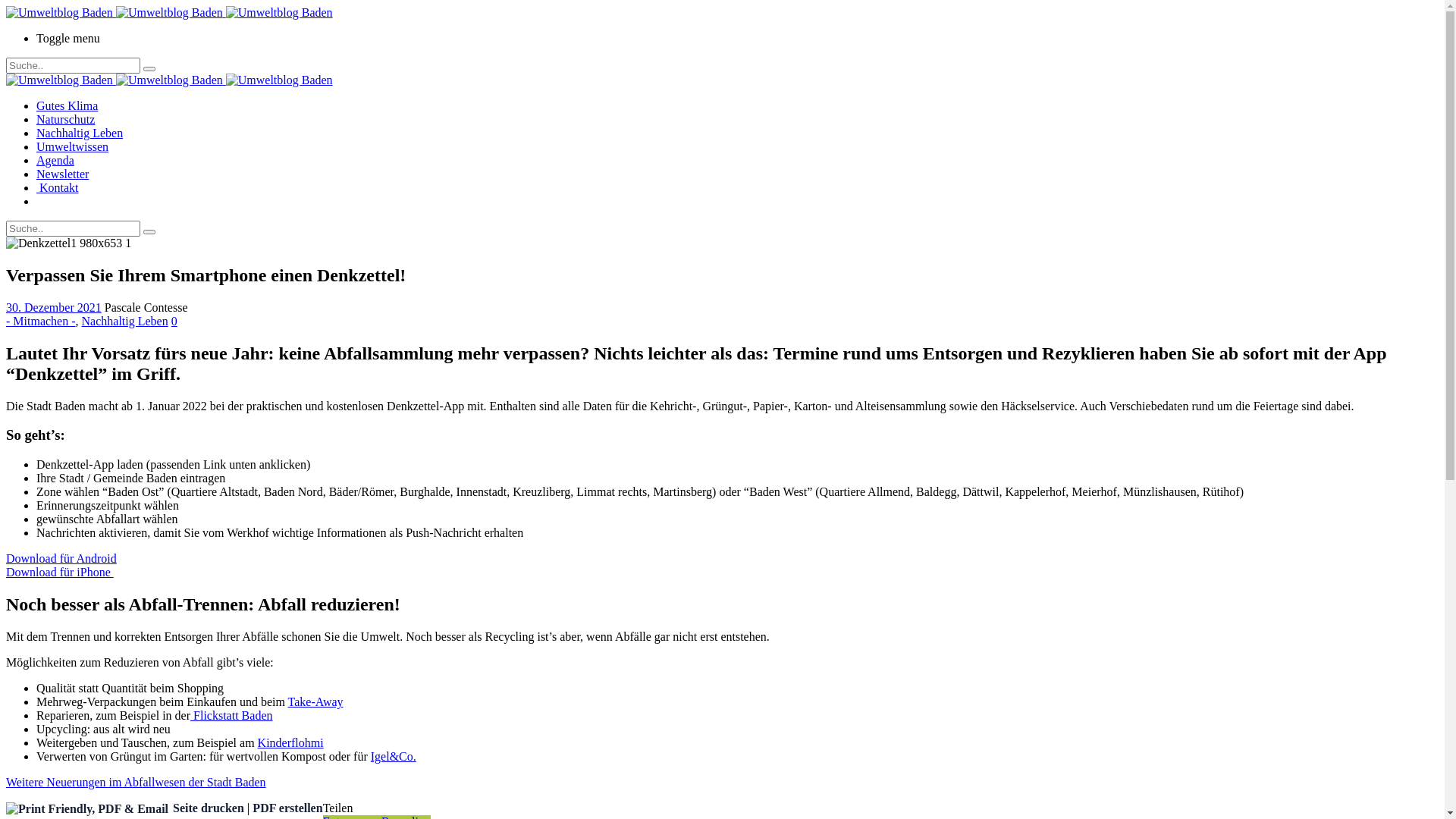 This screenshot has width=1456, height=819. What do you see at coordinates (174, 320) in the screenshot?
I see `'0'` at bounding box center [174, 320].